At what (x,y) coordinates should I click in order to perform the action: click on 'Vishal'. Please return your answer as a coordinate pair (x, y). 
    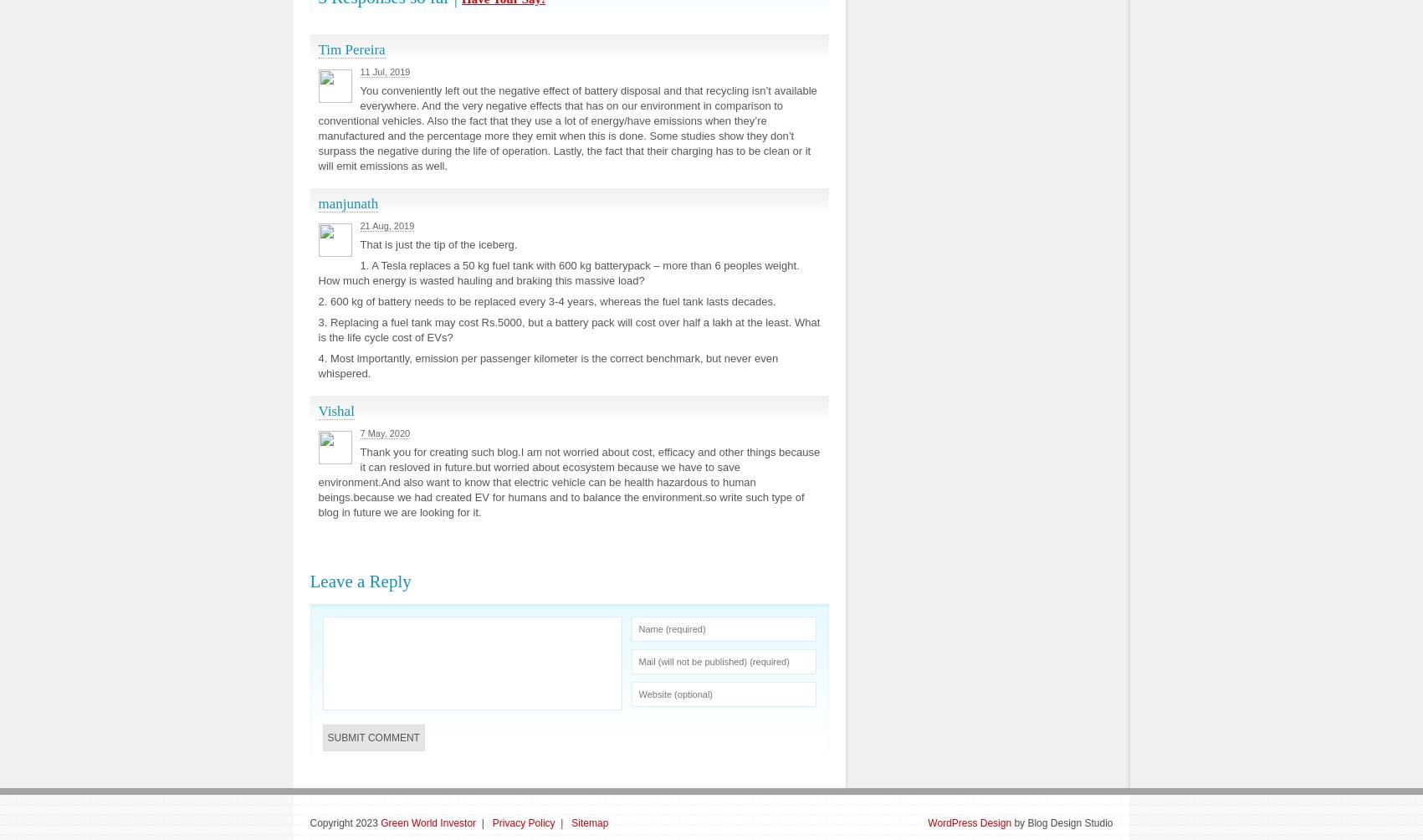
    Looking at the image, I should click on (335, 410).